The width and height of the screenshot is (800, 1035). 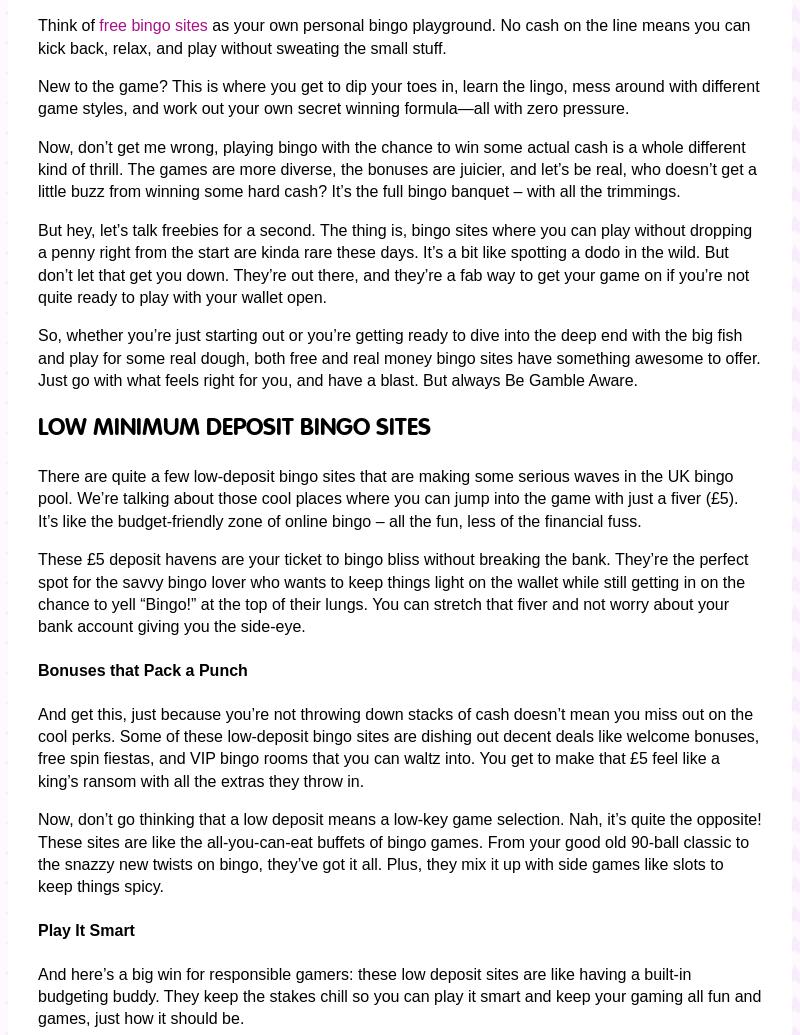 What do you see at coordinates (68, 25) in the screenshot?
I see `'Think of'` at bounding box center [68, 25].